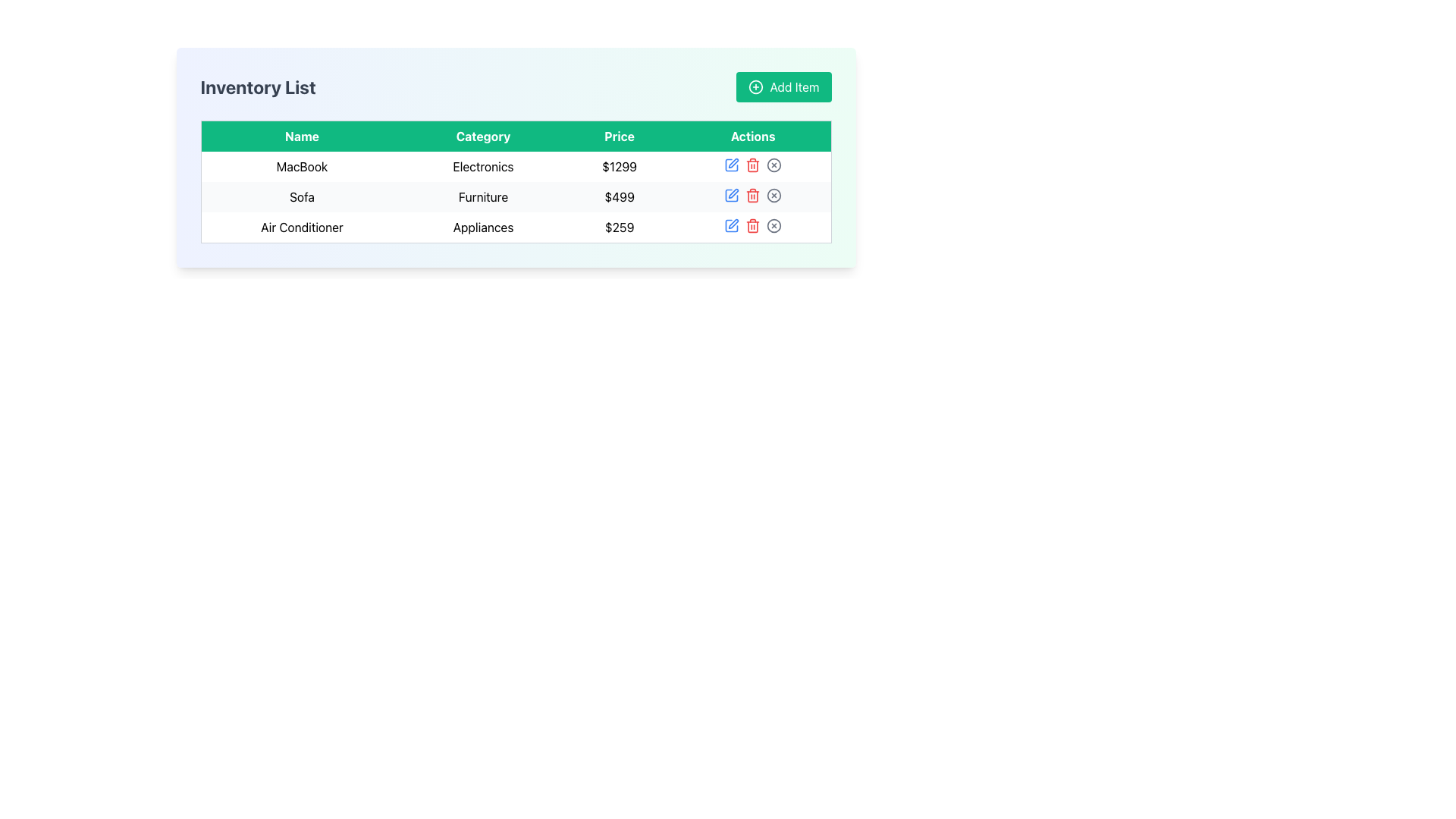  What do you see at coordinates (774, 225) in the screenshot?
I see `the visual state of the circular icon component located in the 'Actions' column of the third row corresponding to the 'Air Conditioner' item` at bounding box center [774, 225].